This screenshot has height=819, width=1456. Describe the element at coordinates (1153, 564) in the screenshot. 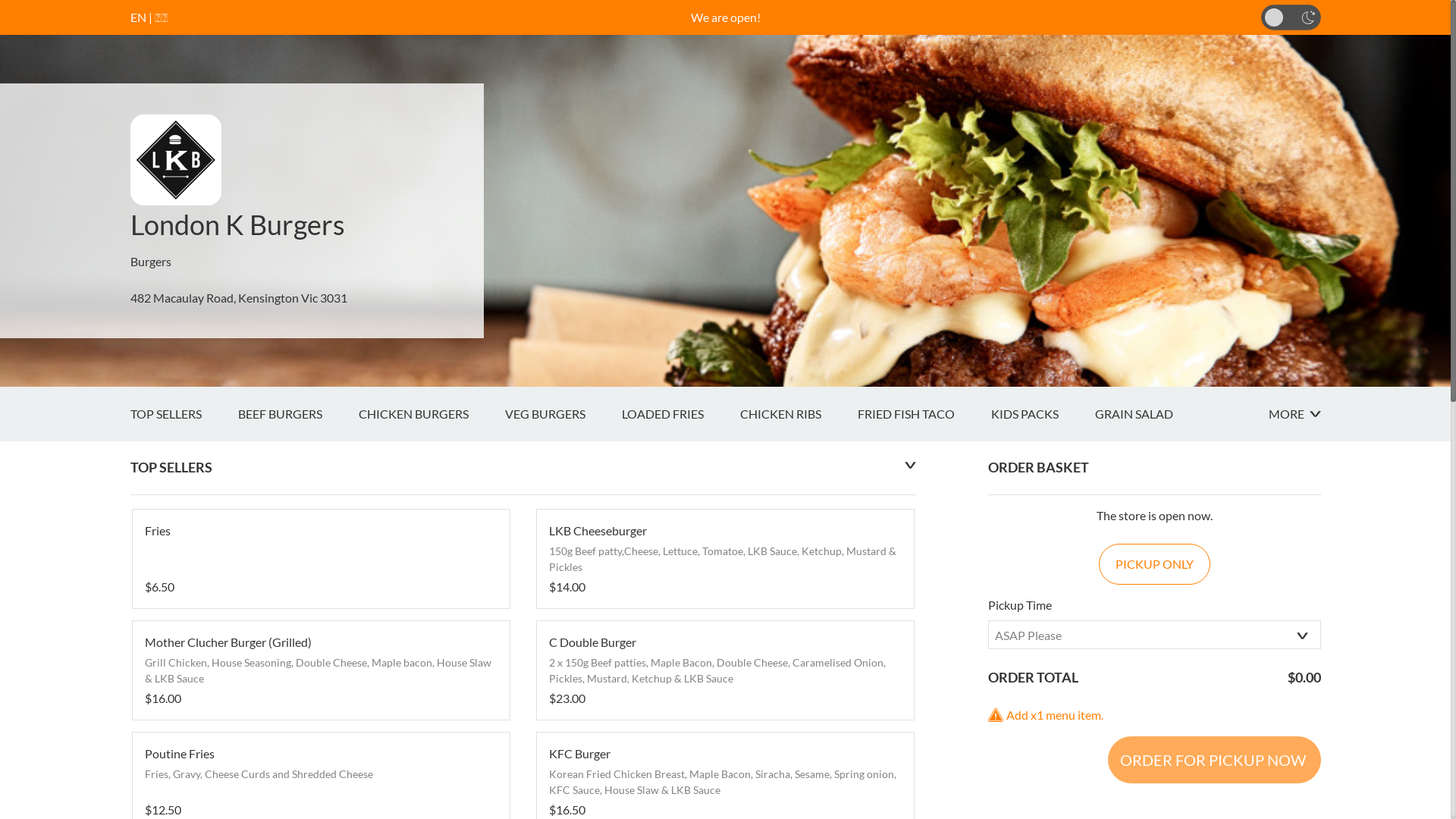

I see `'PICKUP ONLY'` at that location.